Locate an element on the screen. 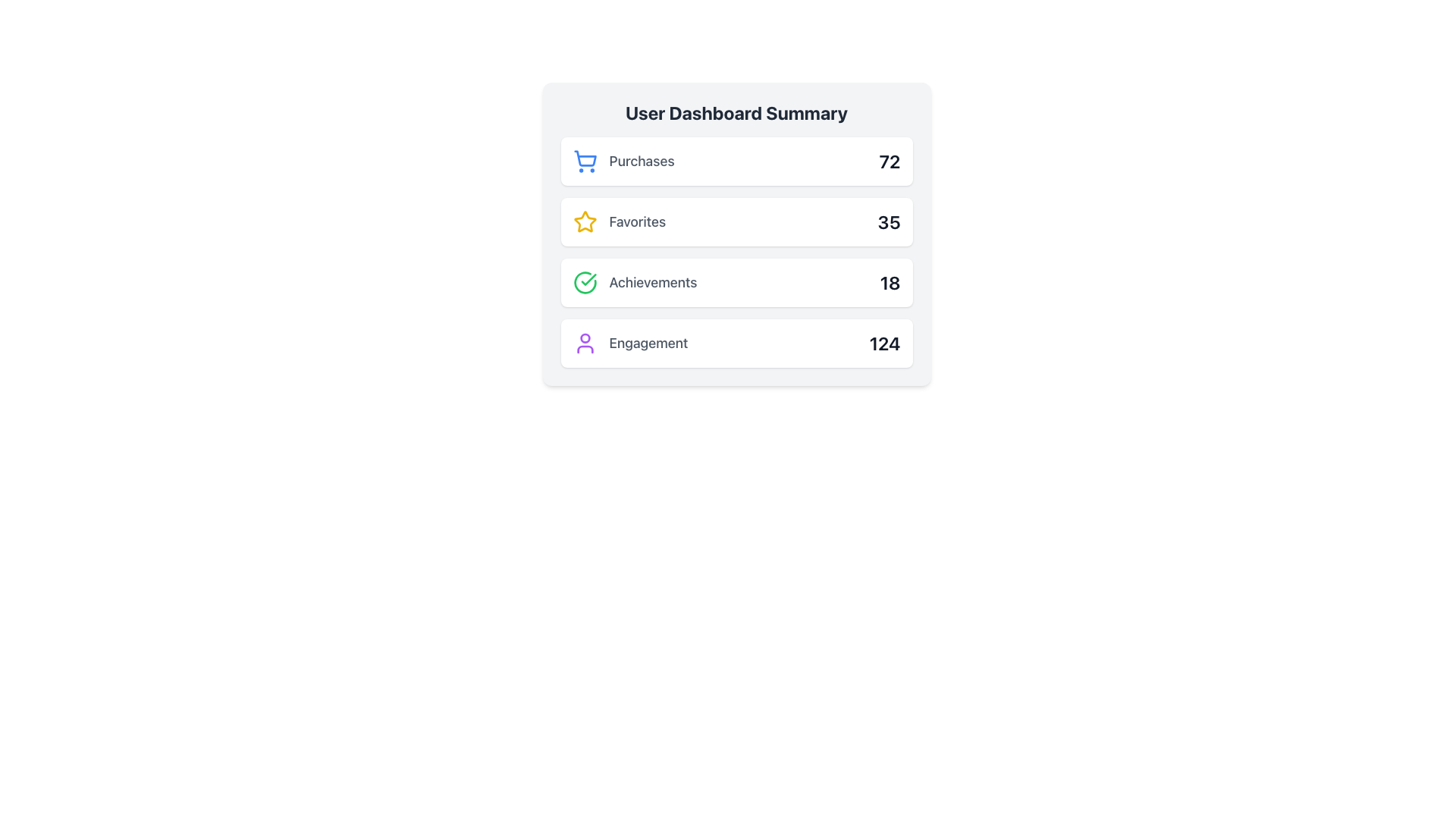 This screenshot has width=1456, height=819. the user icon with a purple circular outline located to the left of the 'Engagement' text in the fourth row of the 'User Dashboard Summary' card is located at coordinates (584, 343).